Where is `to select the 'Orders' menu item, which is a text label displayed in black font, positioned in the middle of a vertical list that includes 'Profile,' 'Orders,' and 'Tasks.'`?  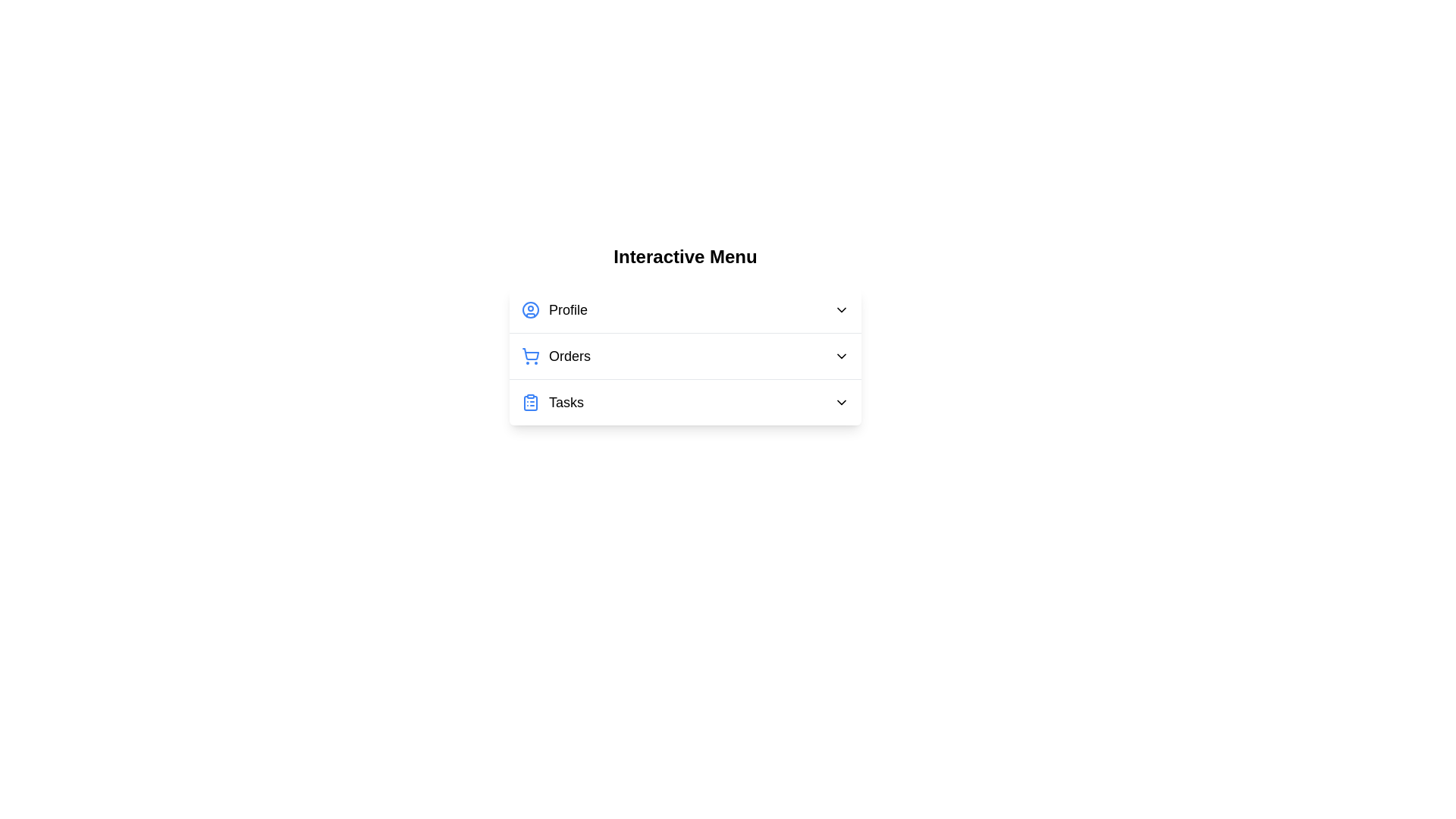 to select the 'Orders' menu item, which is a text label displayed in black font, positioned in the middle of a vertical list that includes 'Profile,' 'Orders,' and 'Tasks.' is located at coordinates (569, 356).